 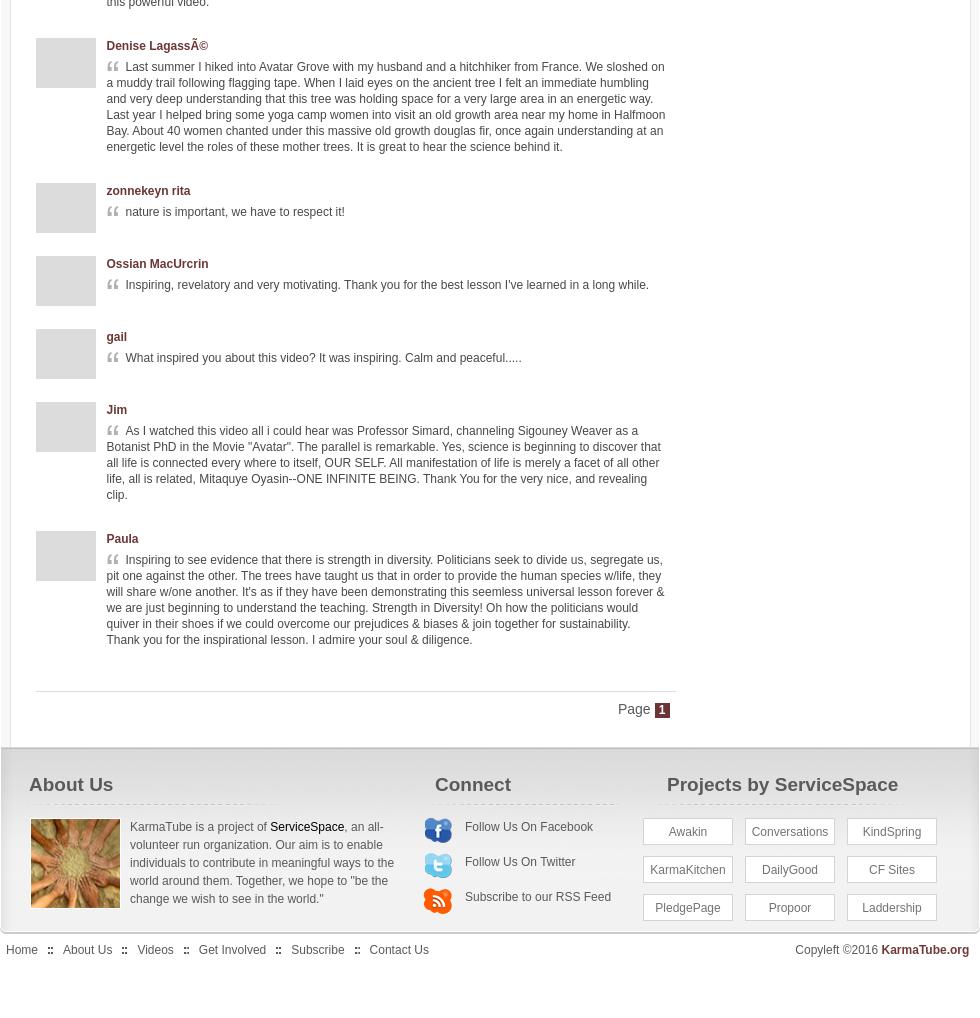 What do you see at coordinates (382, 462) in the screenshot?
I see `'As I watched this video all i could hear was Professor Simard, channeling Sigouney Weaver as a Botanist PhD in the Movie "Avatar". The parallel is remarkable. Yes, science is beginning to discover that all life is connected every where to itself, OUR SELF. All manifestation of life is merely a facet of all other life, all is related, Mitaquye Oyasin--ONE INFINITE BEING. Thank You for the very nice, and revealing clip.'` at bounding box center [382, 462].